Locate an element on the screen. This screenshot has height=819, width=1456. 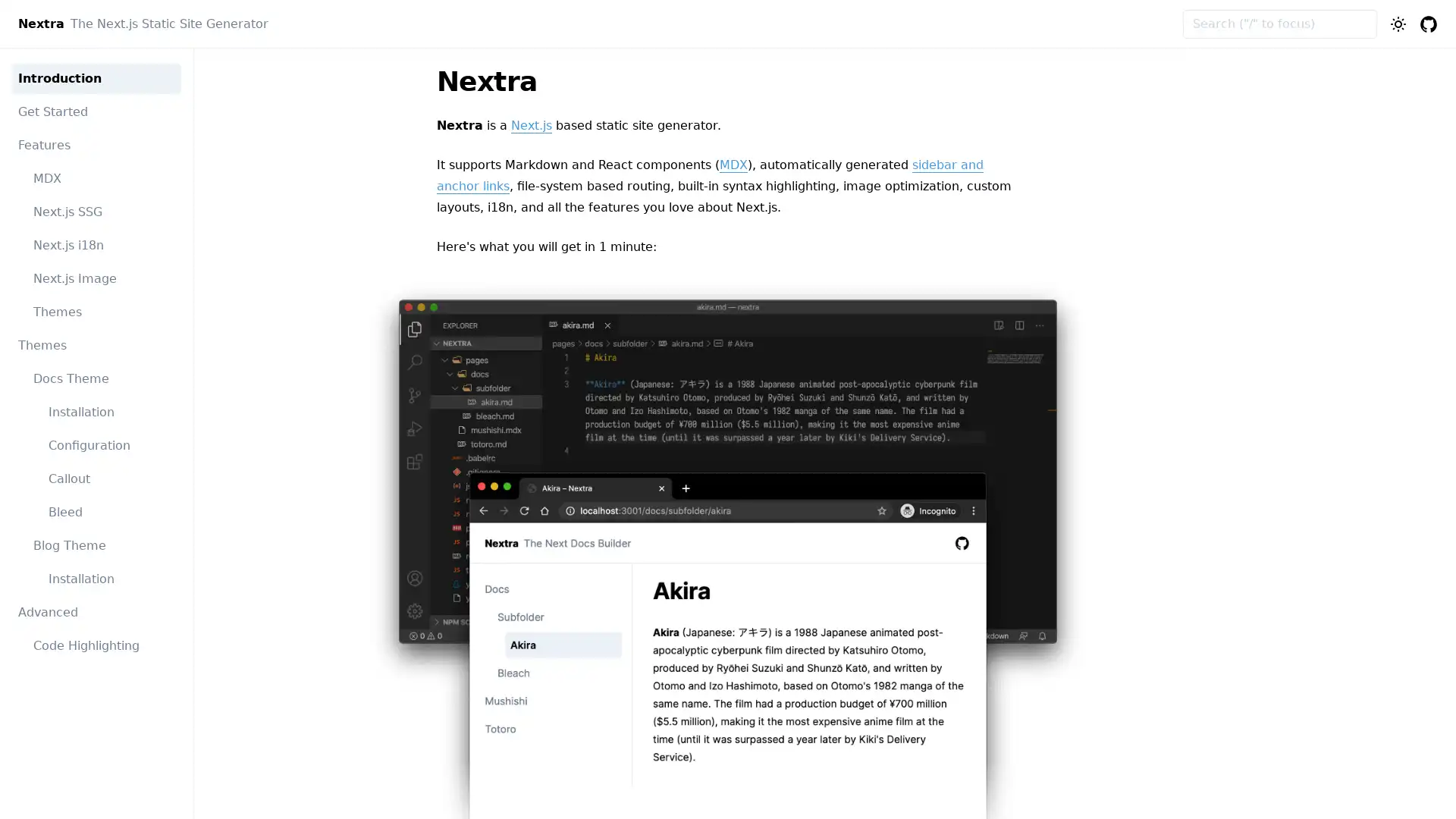
Themes is located at coordinates (96, 345).